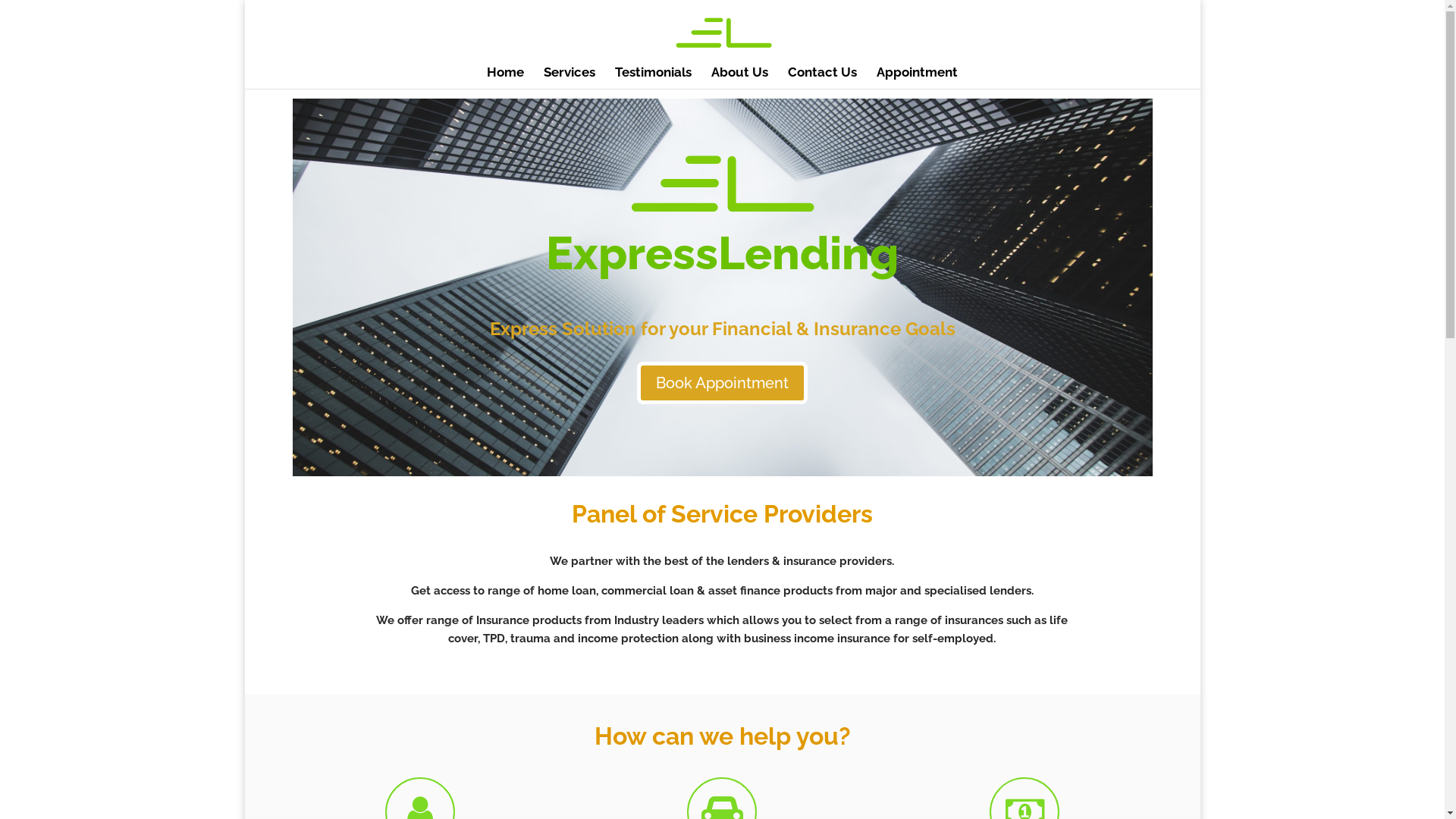 The height and width of the screenshot is (819, 1456). I want to click on 'Book Appointment', so click(721, 382).